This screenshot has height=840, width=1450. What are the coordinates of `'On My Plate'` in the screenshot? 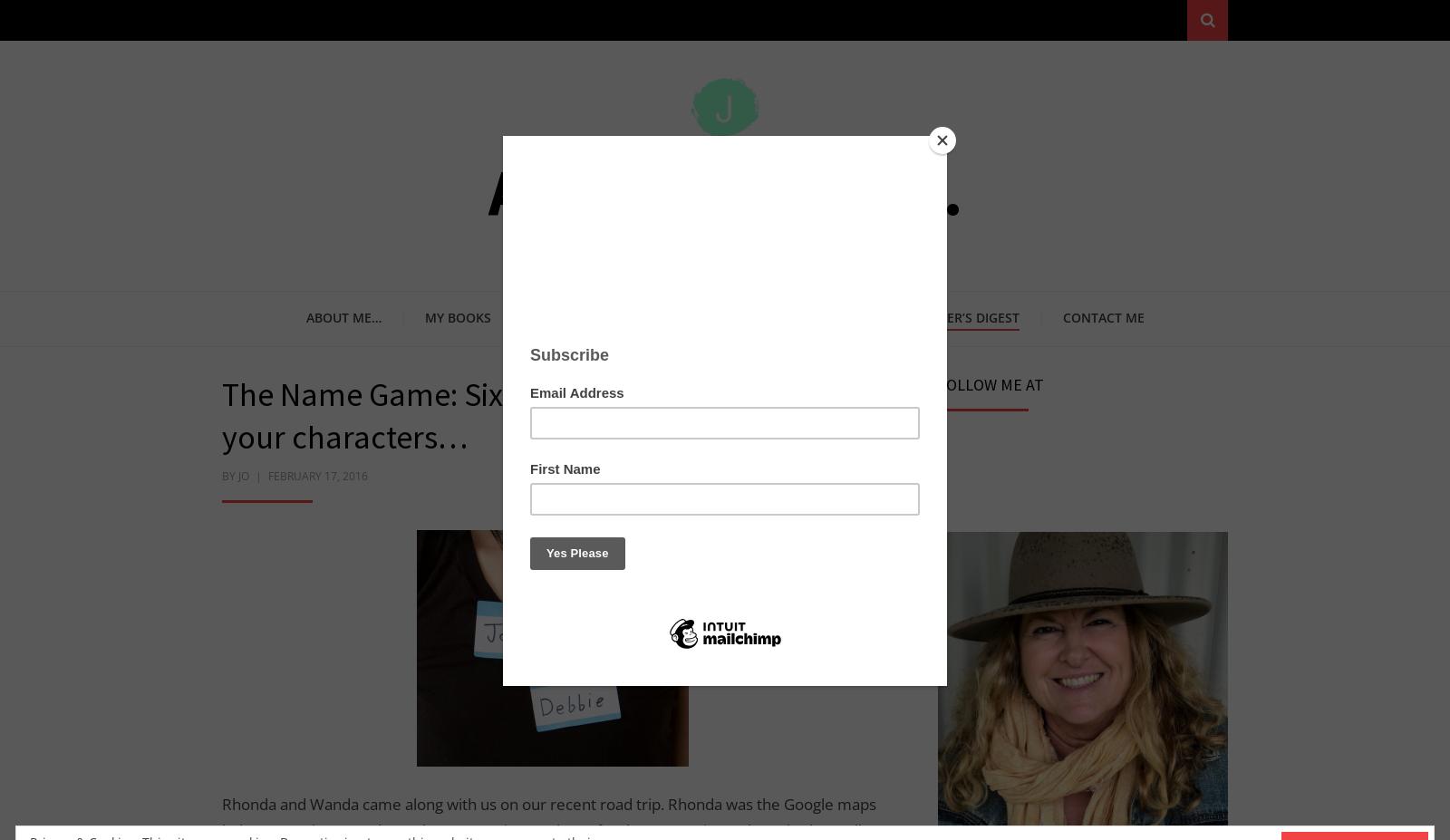 It's located at (532, 315).